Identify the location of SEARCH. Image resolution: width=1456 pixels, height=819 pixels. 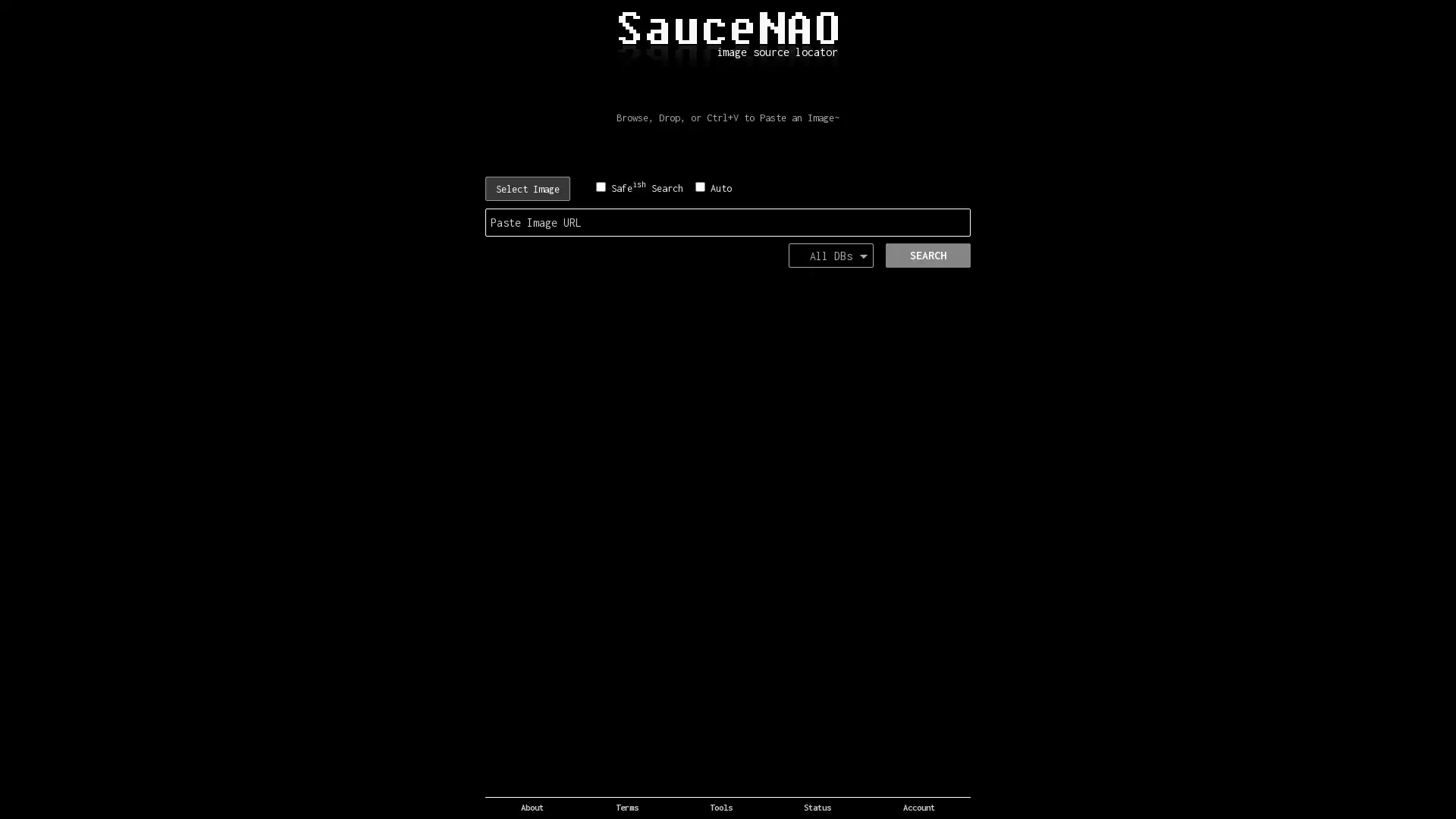
(927, 254).